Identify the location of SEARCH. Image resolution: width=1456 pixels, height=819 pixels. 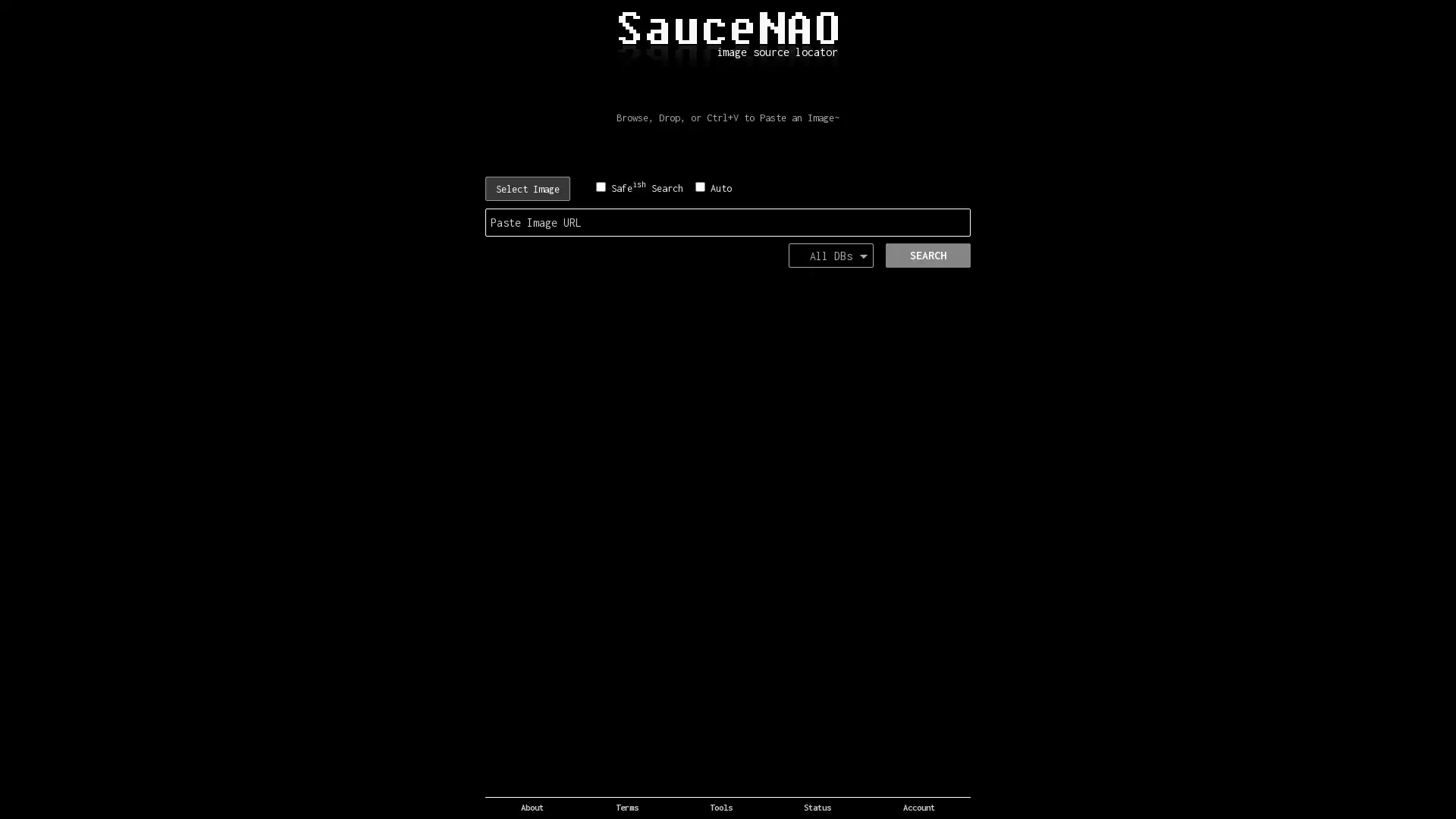
(927, 254).